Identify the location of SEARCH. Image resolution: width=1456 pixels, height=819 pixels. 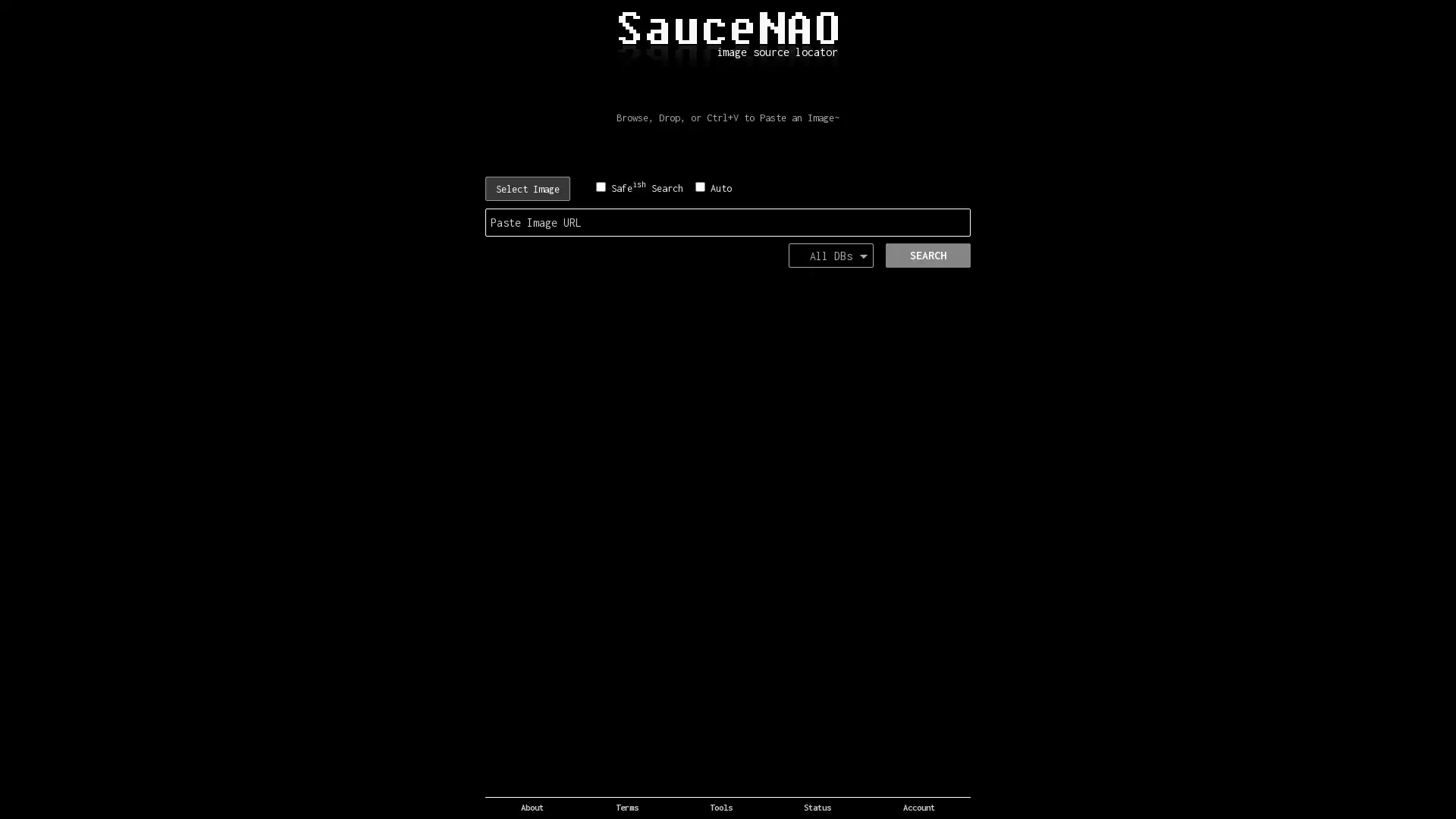
(927, 254).